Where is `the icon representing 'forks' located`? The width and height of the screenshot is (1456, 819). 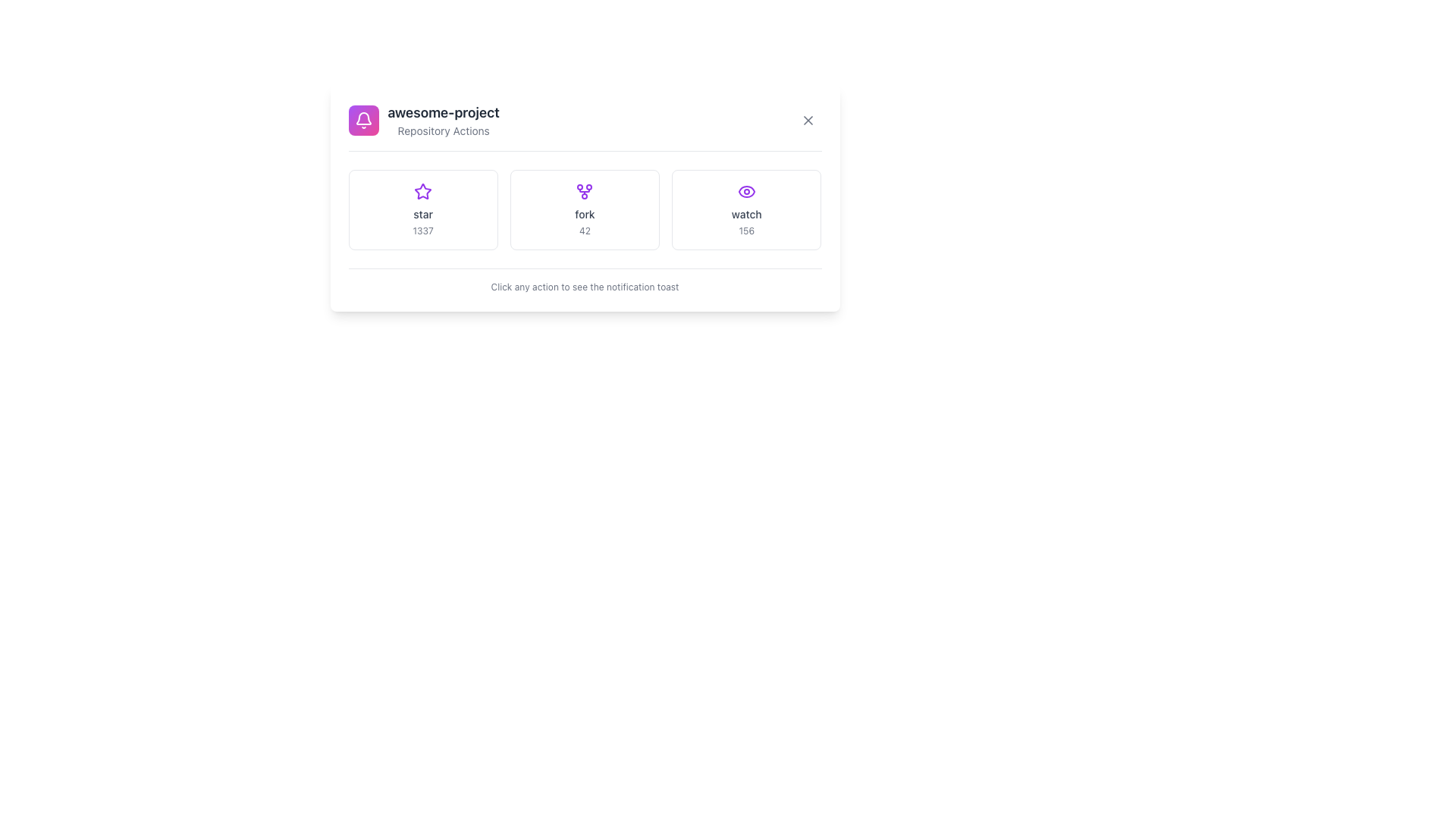
the icon representing 'forks' located is located at coordinates (584, 191).